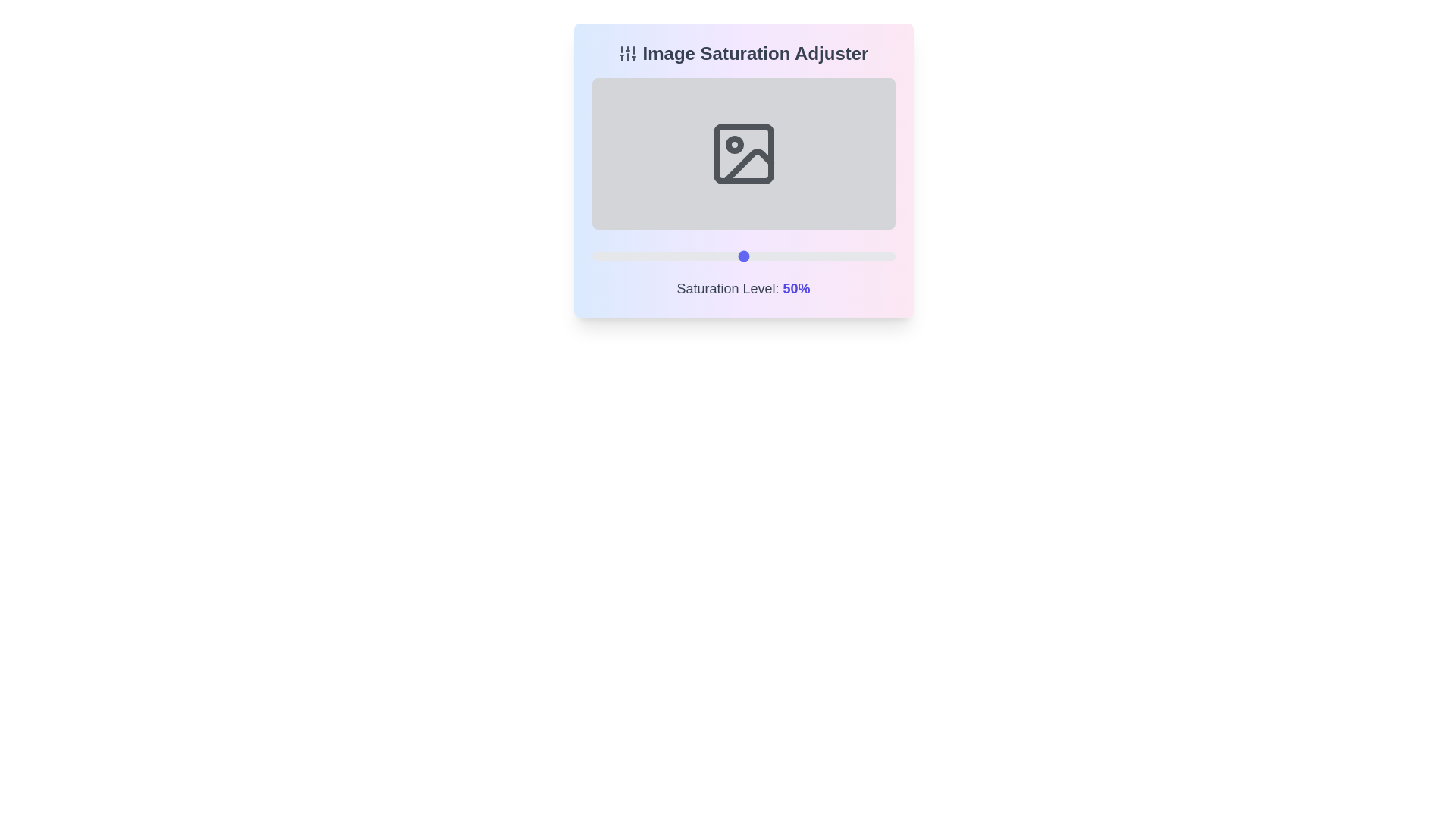  I want to click on the saturation slider to set the saturation level to 16, so click(640, 256).